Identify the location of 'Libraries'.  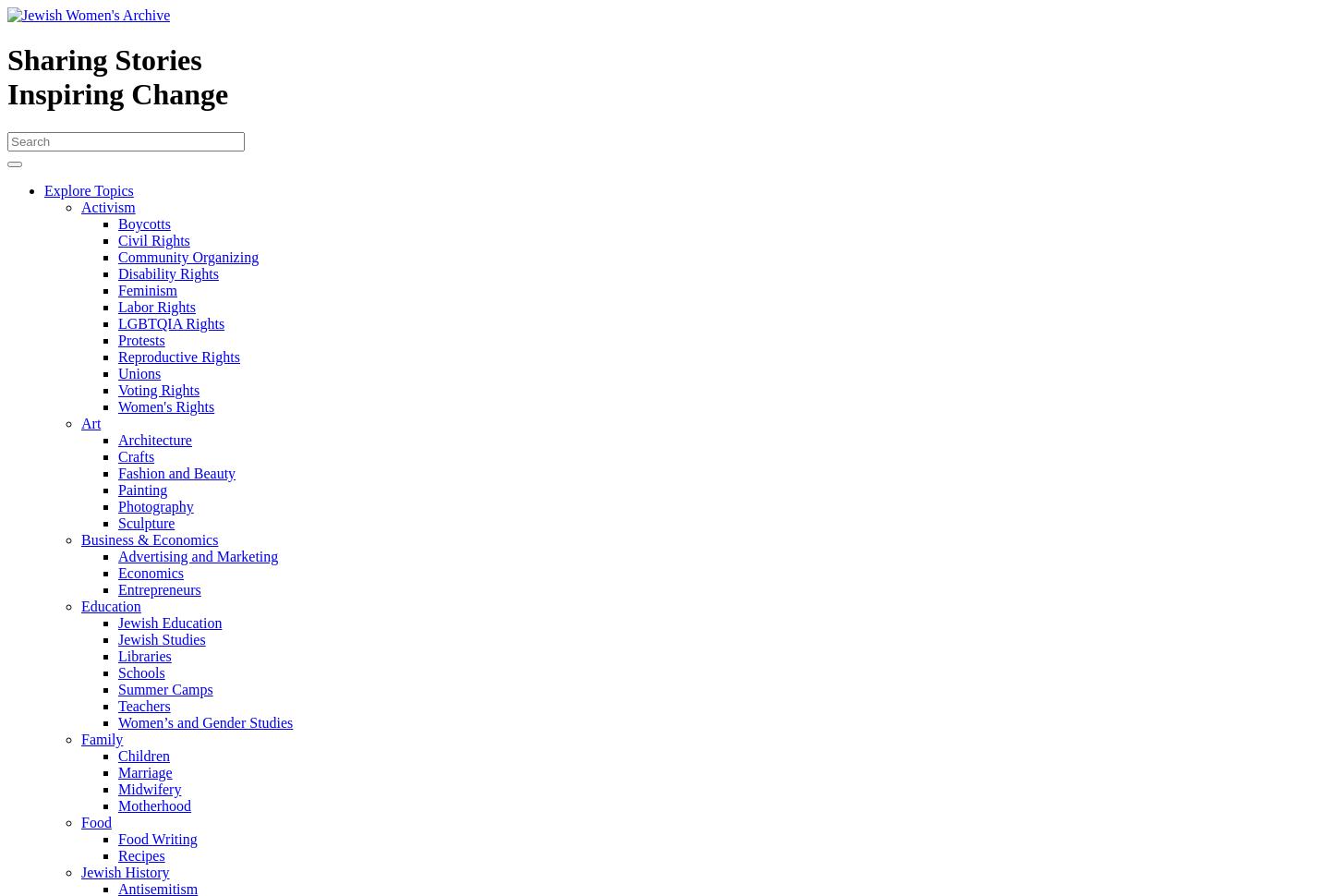
(143, 655).